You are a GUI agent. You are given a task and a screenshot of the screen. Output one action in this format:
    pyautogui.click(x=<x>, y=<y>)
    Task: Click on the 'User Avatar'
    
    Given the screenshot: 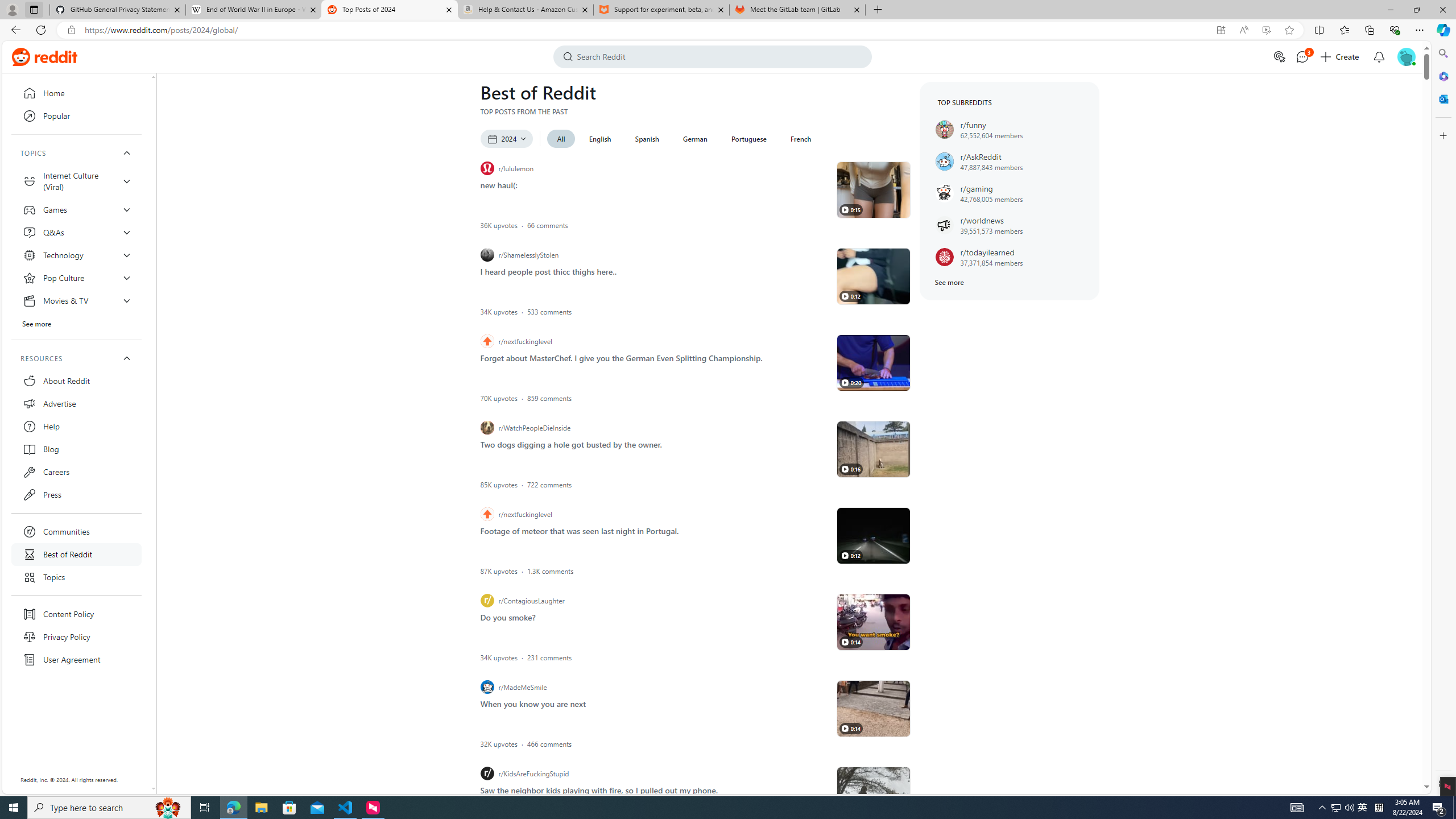 What is the action you would take?
    pyautogui.click(x=1405, y=56)
    